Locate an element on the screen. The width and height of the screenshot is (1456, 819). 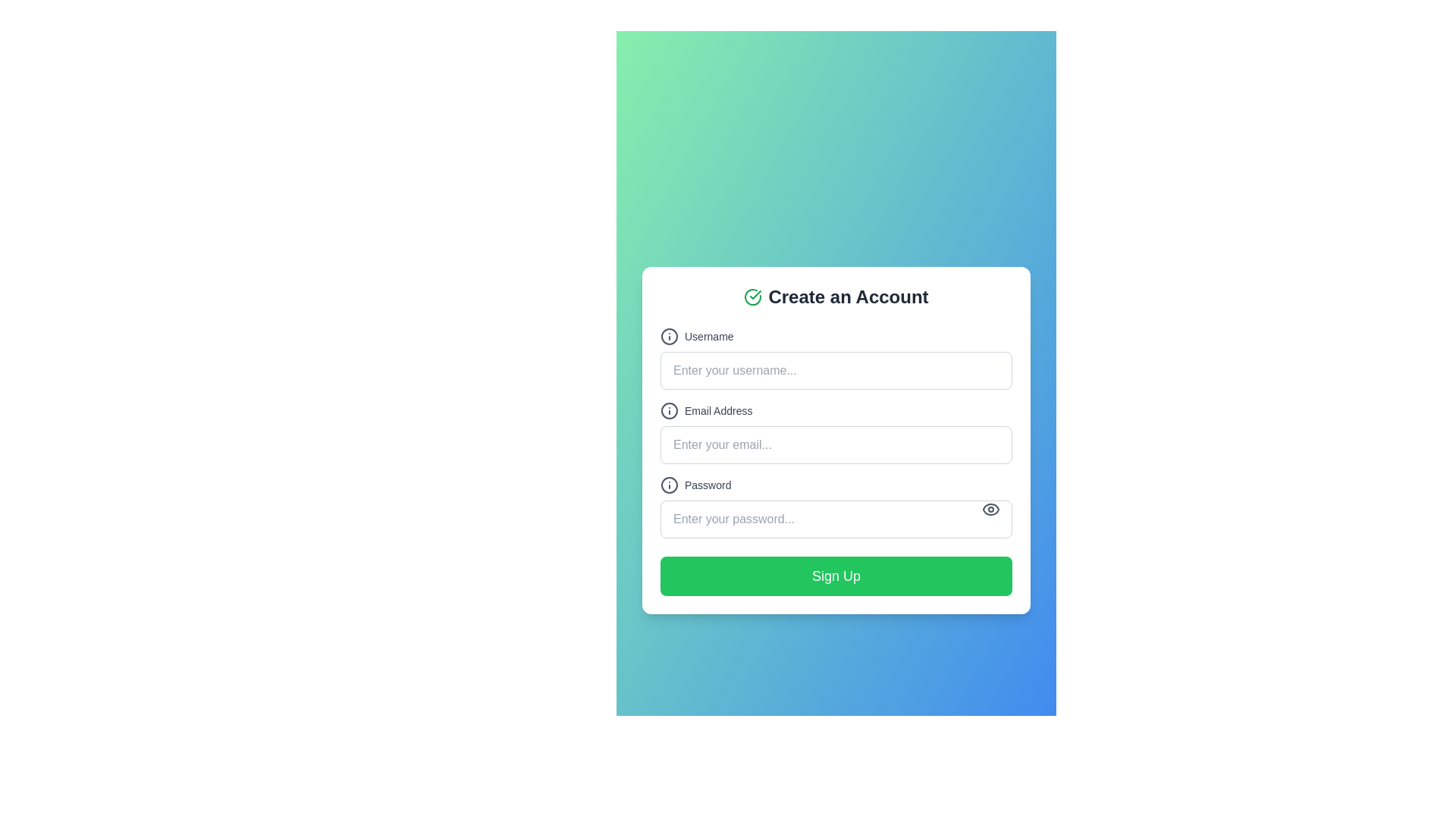
the third text label in the registration form, which provides context for the password input field, positioned to the right of an information icon is located at coordinates (707, 485).